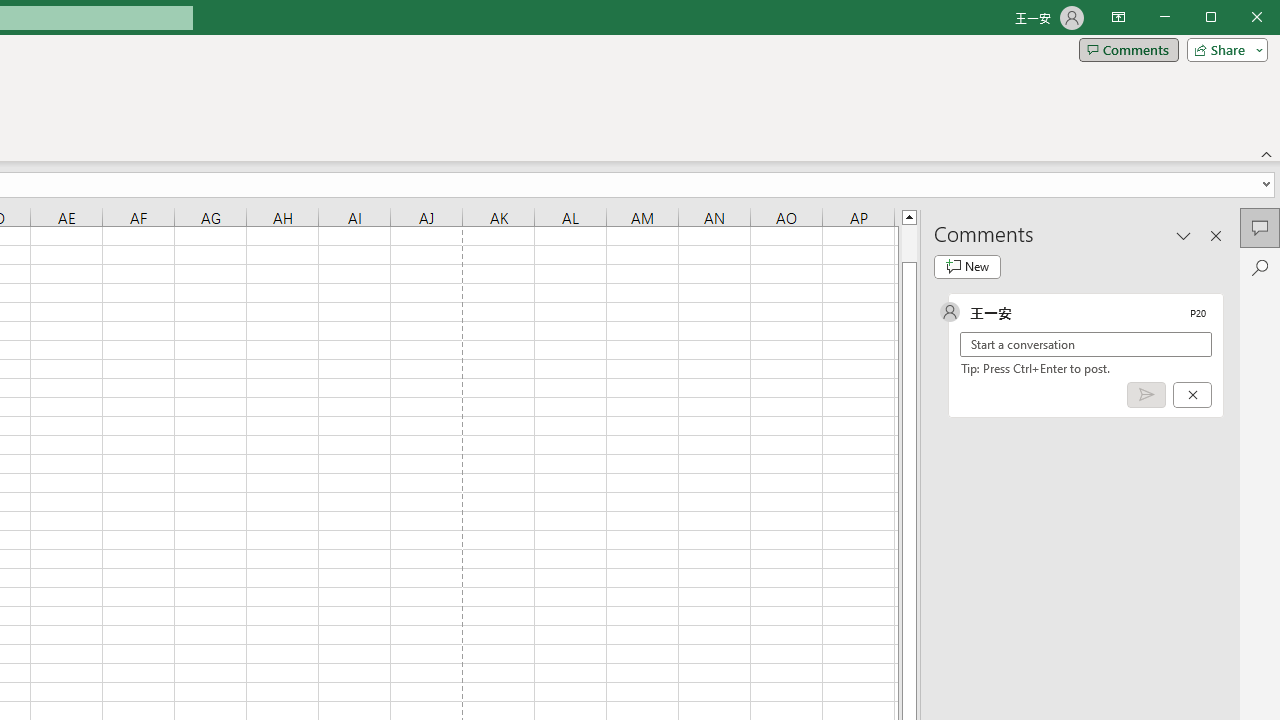  What do you see at coordinates (1238, 19) in the screenshot?
I see `'Maximize'` at bounding box center [1238, 19].